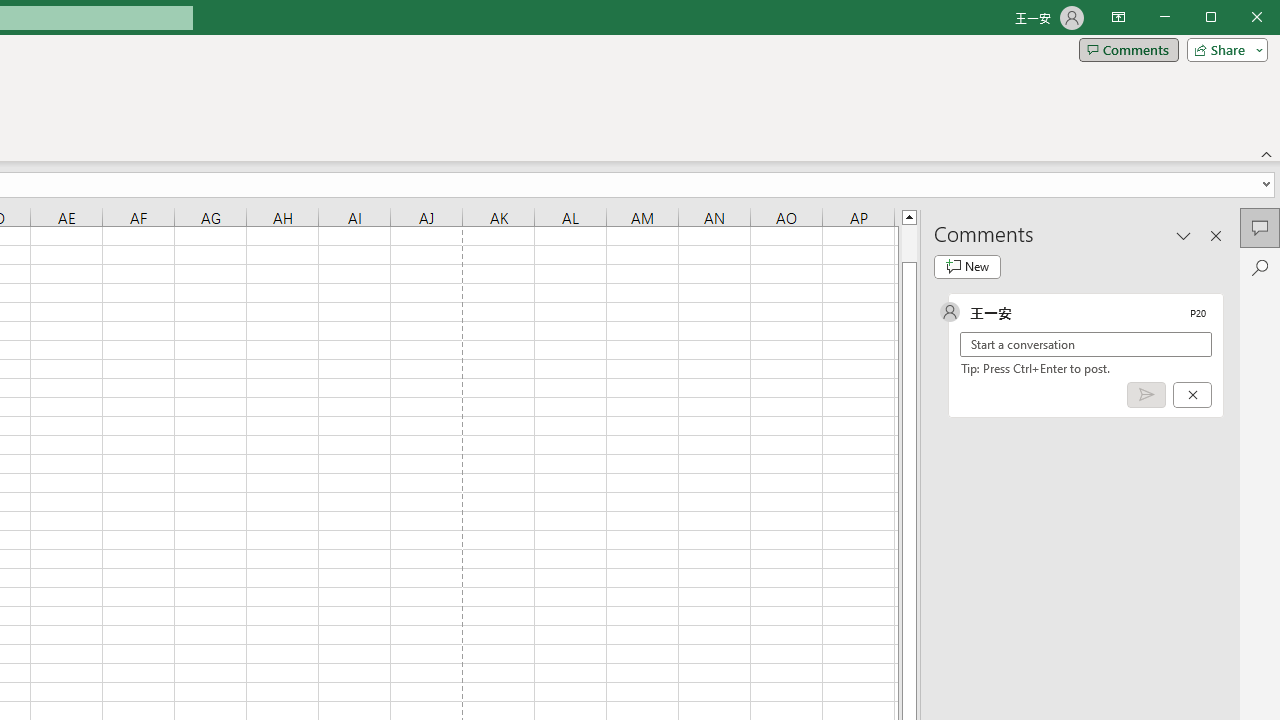  What do you see at coordinates (1238, 19) in the screenshot?
I see `'Maximize'` at bounding box center [1238, 19].